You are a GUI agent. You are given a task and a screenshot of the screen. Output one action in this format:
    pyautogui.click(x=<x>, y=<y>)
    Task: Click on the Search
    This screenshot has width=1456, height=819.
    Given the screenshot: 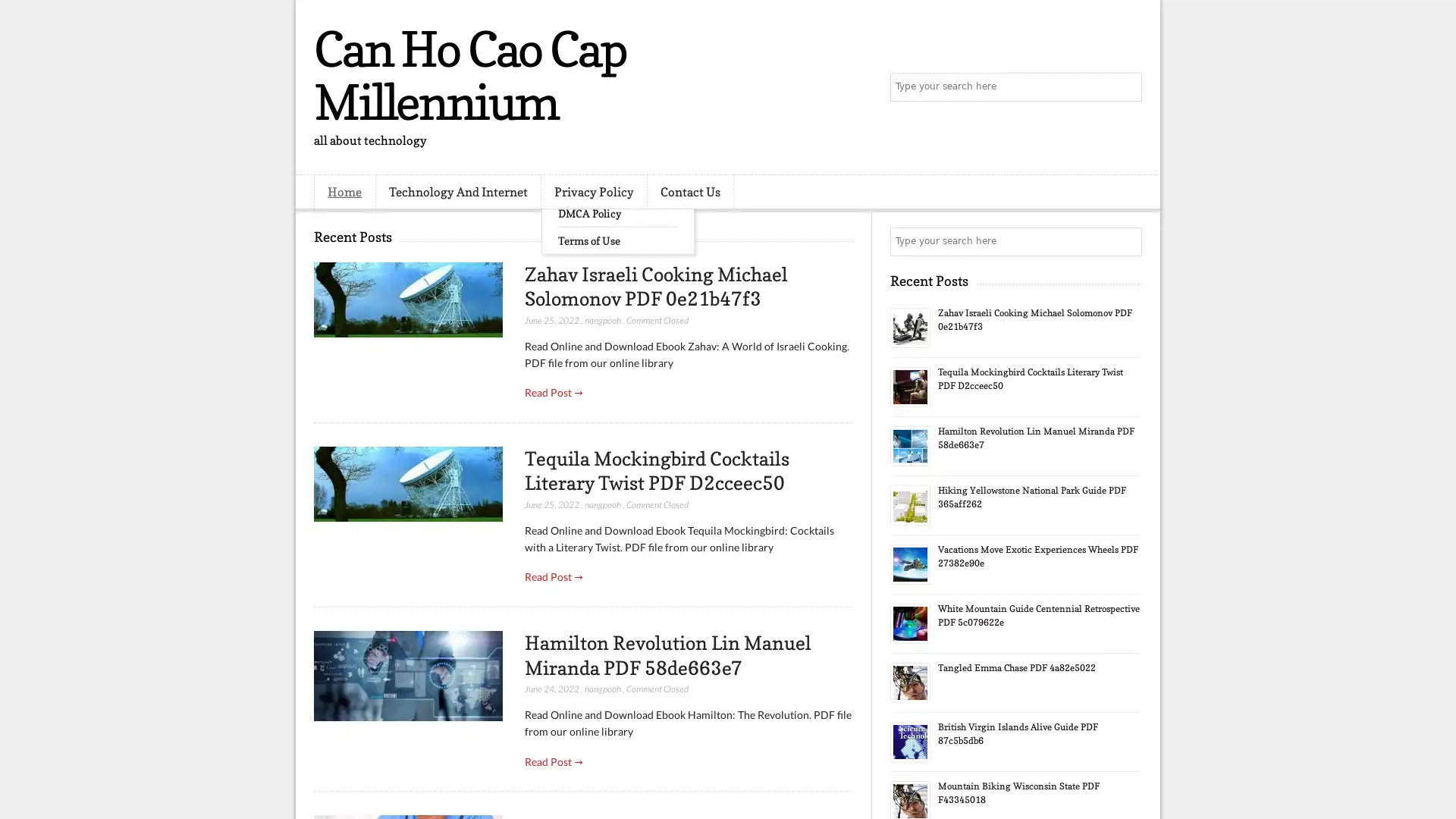 What is the action you would take?
    pyautogui.click(x=1126, y=87)
    